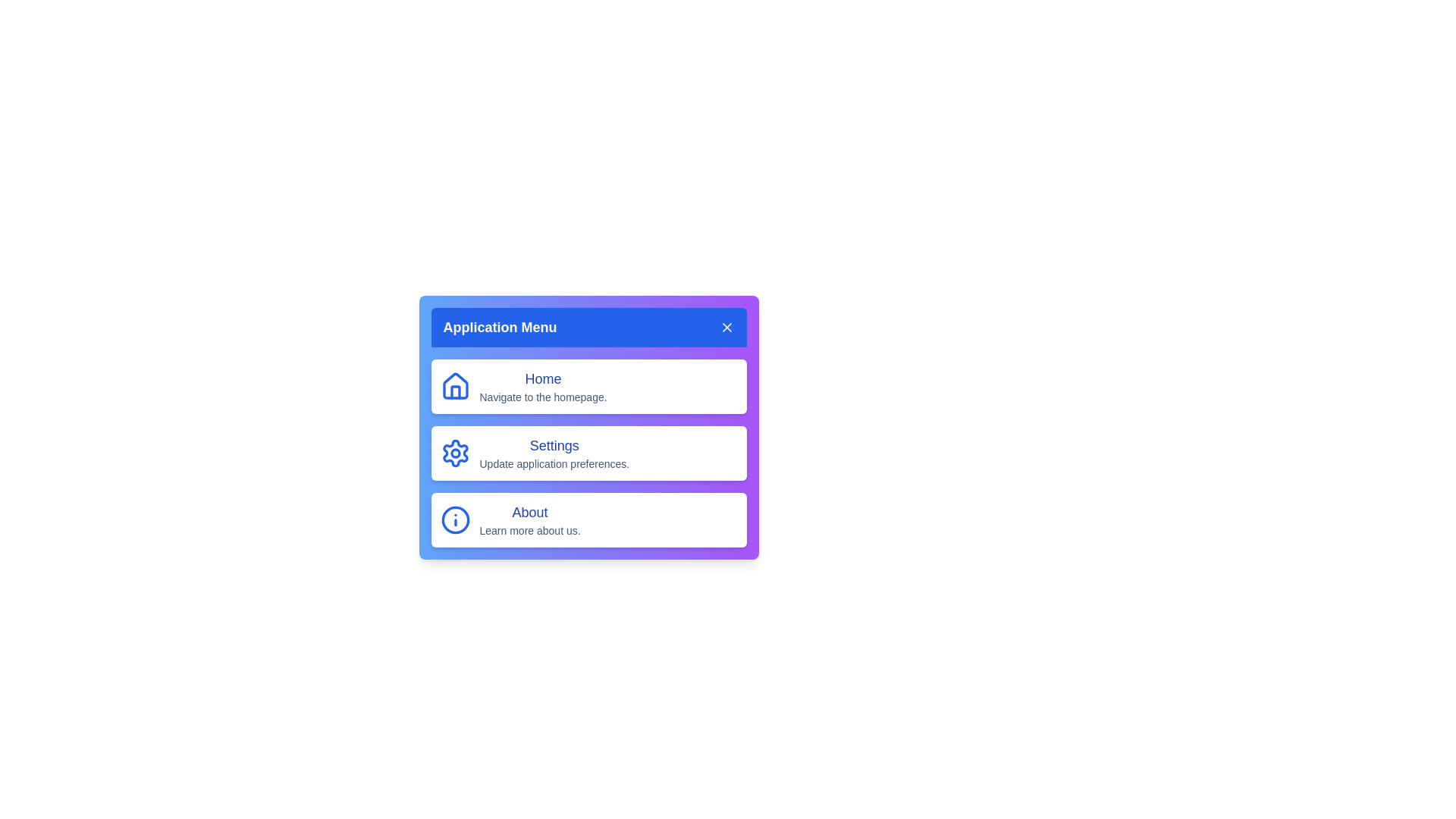 The width and height of the screenshot is (1456, 819). Describe the element at coordinates (543, 397) in the screenshot. I see `the description of the Home menu item` at that location.